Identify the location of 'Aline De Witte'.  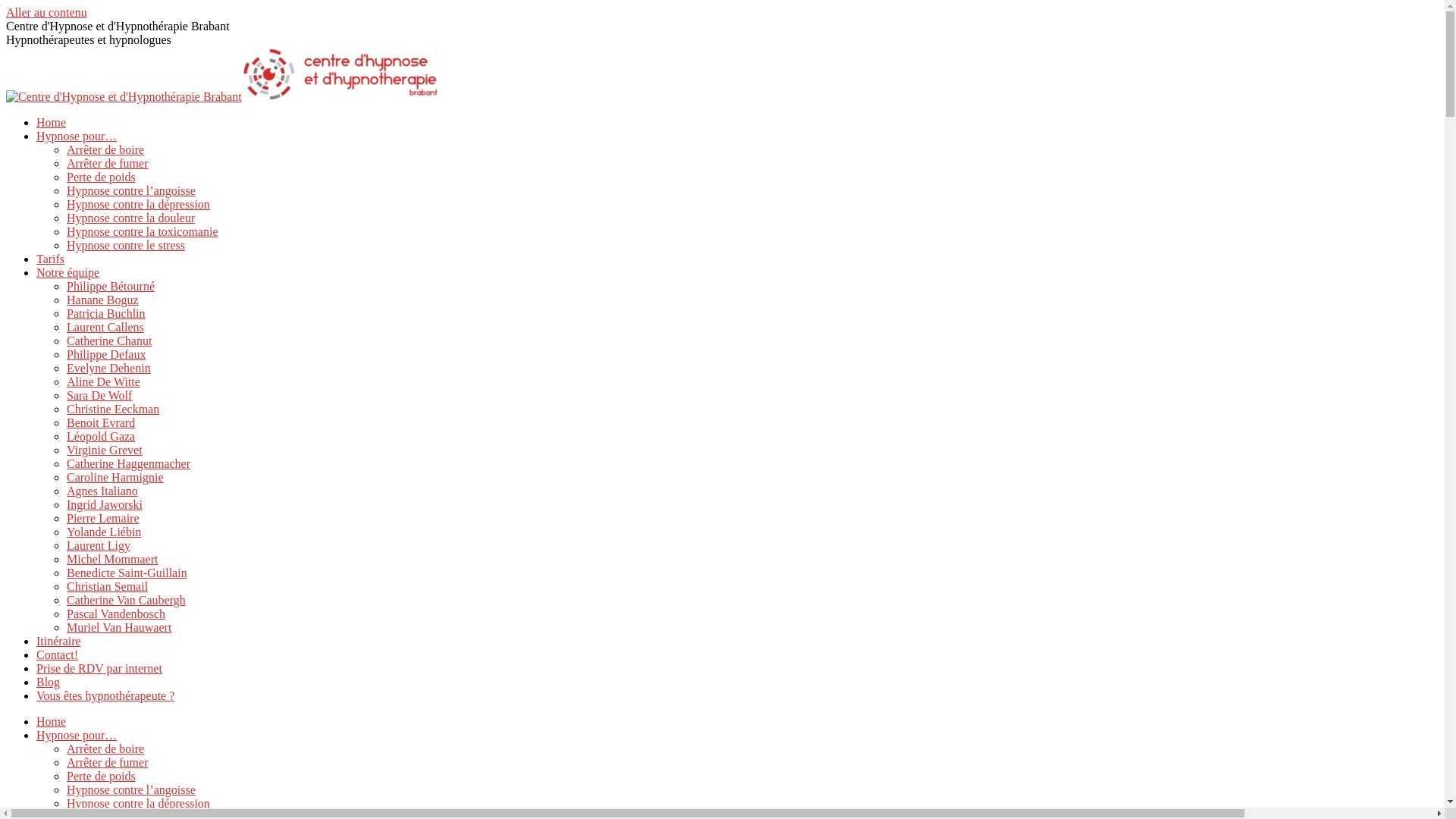
(102, 381).